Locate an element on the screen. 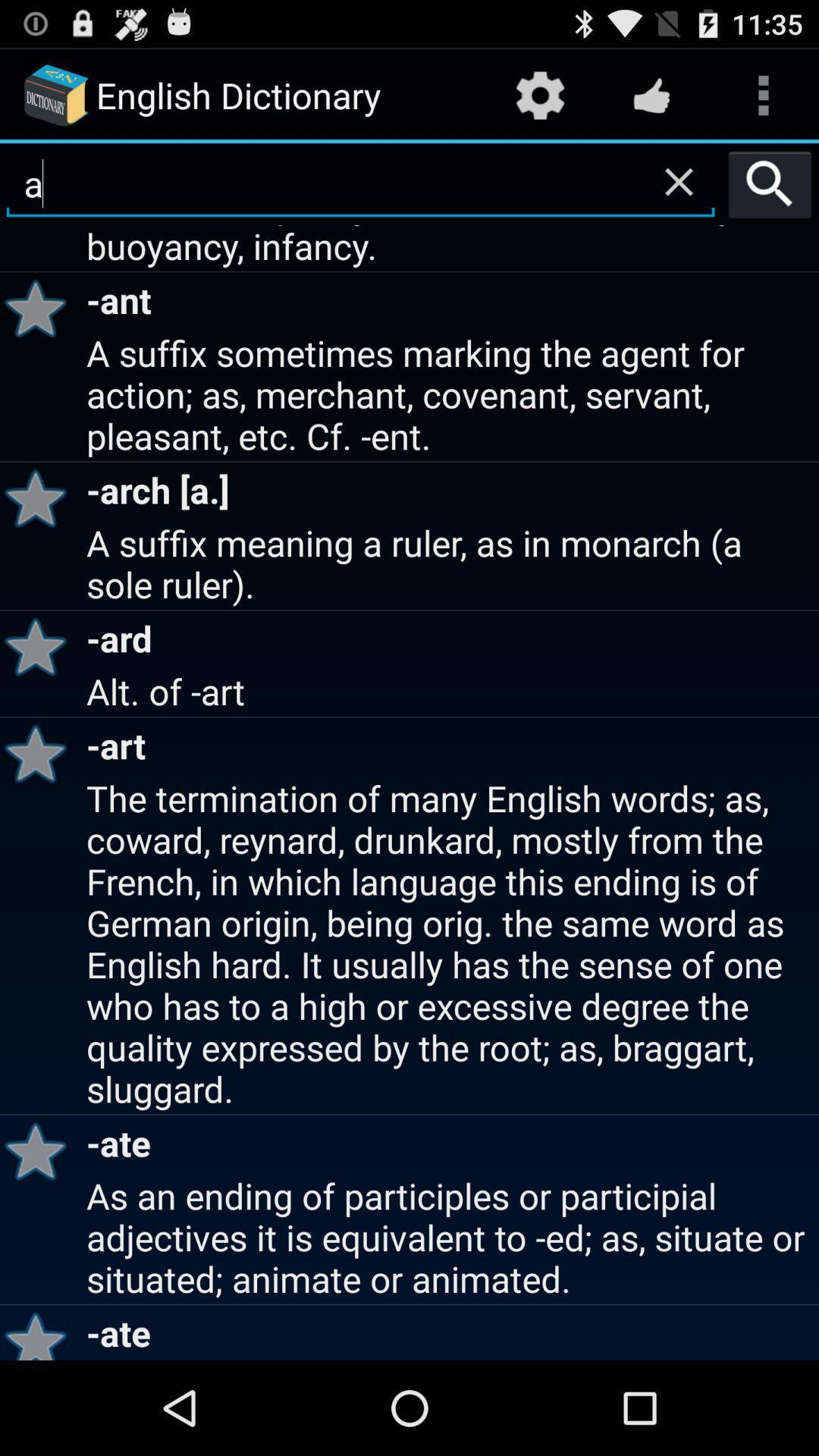 This screenshot has width=819, height=1456. item to the left of as an ending item is located at coordinates (40, 1332).